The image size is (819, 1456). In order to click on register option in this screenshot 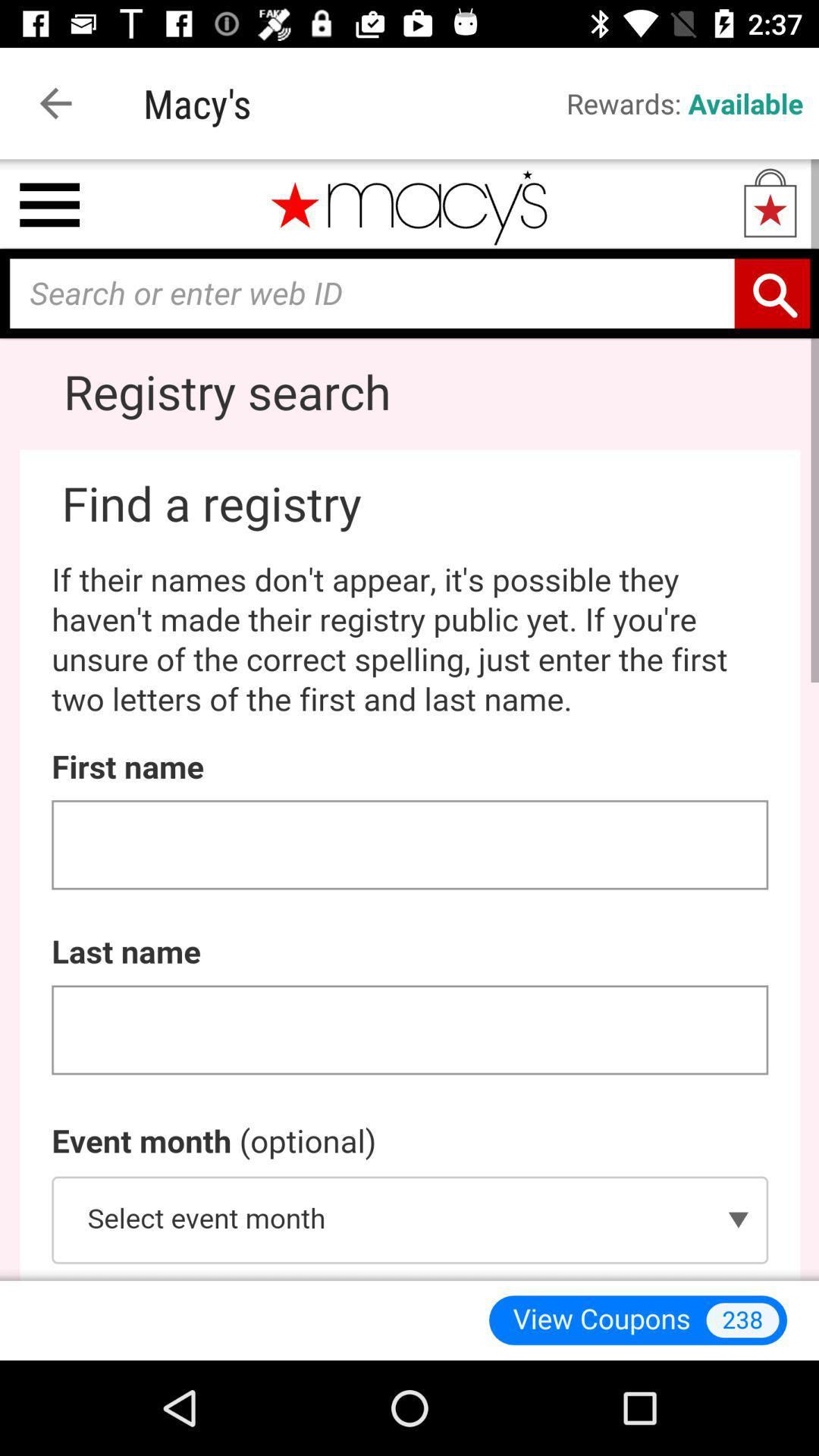, I will do `click(409, 719)`.